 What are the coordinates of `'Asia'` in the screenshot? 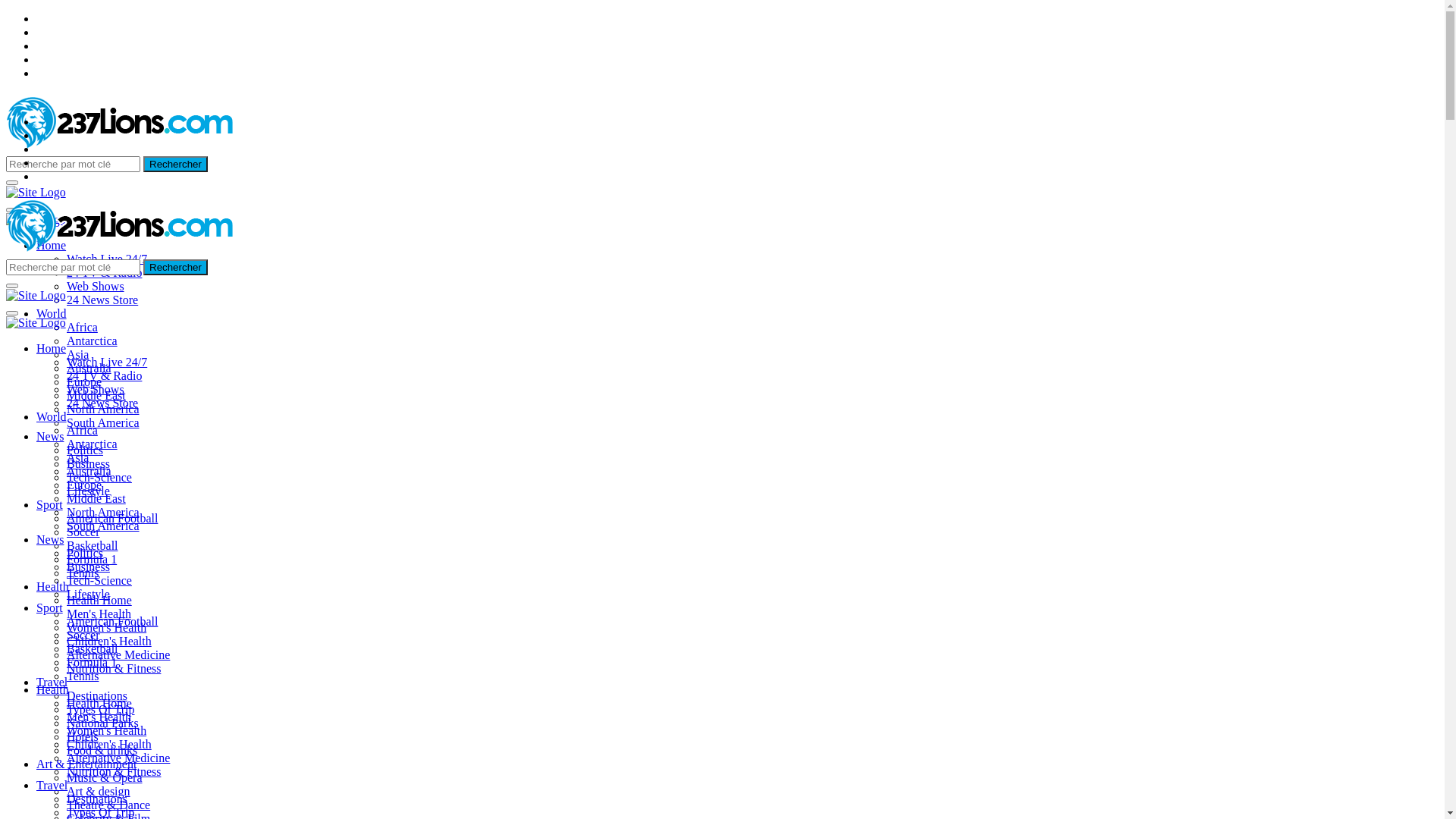 It's located at (65, 354).